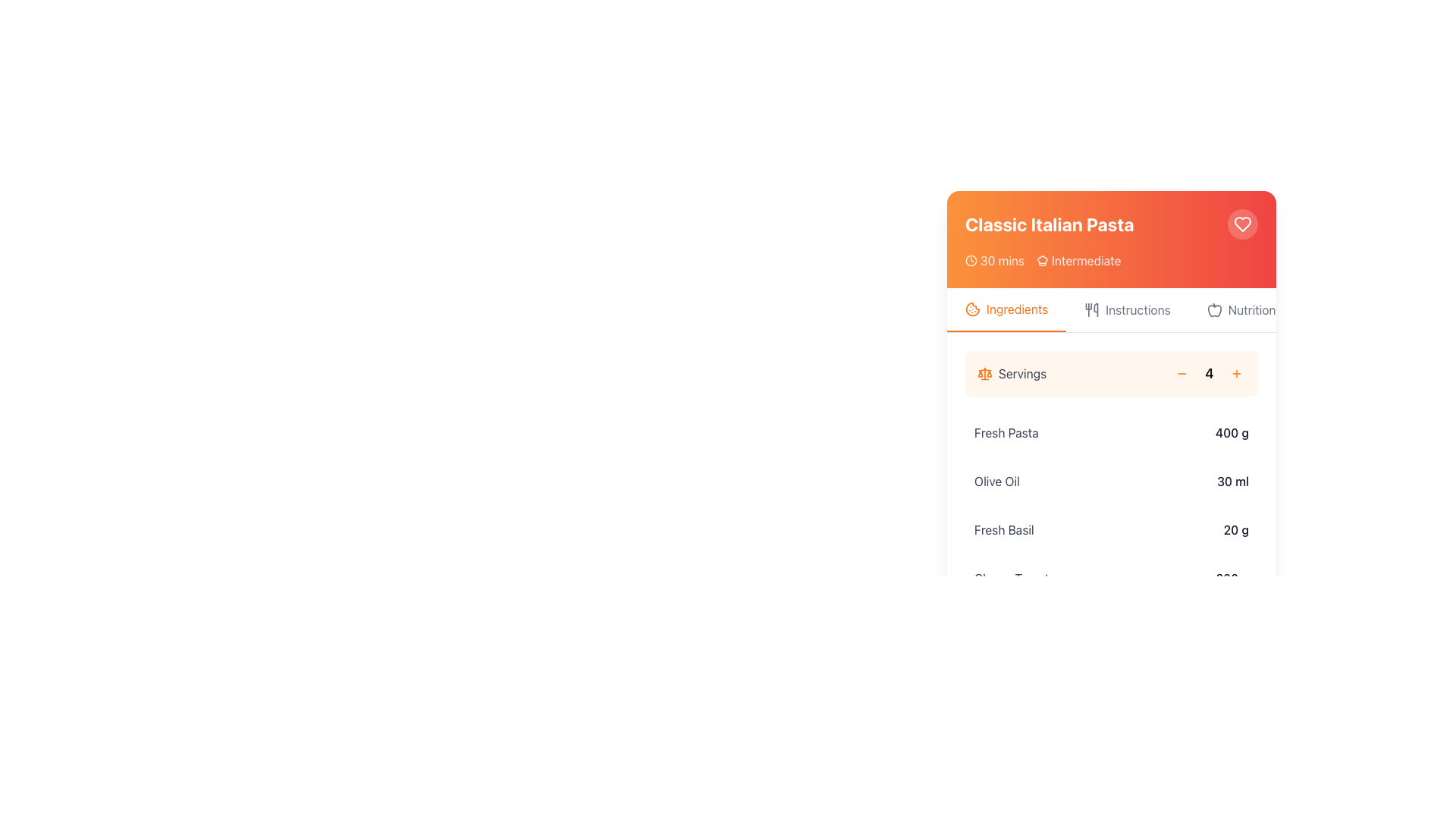 Image resolution: width=1456 pixels, height=819 pixels. What do you see at coordinates (1111, 309) in the screenshot?
I see `the 'Instructions' tab button in the horizontal menu` at bounding box center [1111, 309].